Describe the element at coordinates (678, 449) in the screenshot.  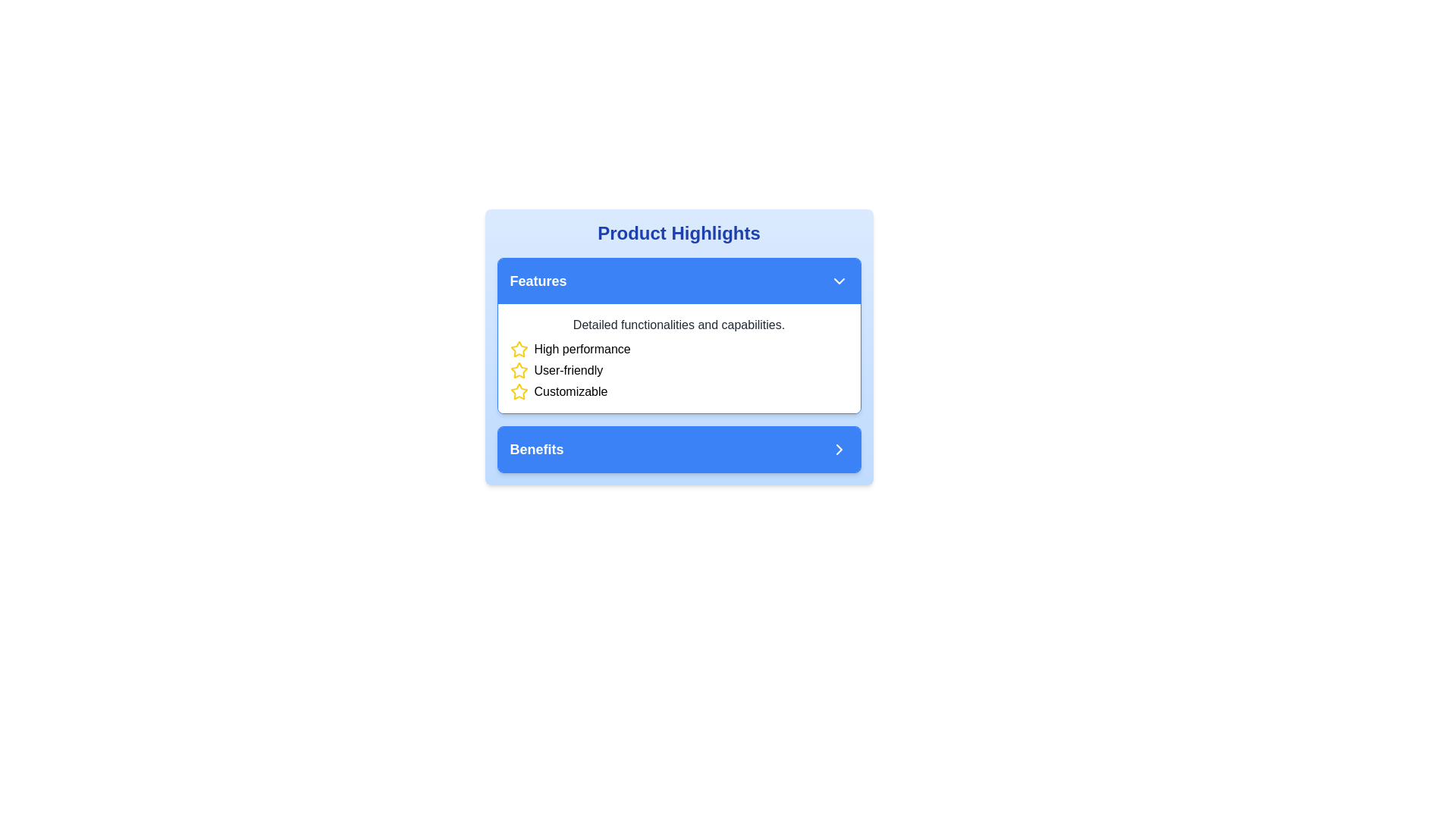
I see `the 'Benefits' button or clickable header located below the 'Features' section within the 'Product Highlights' panel` at that location.